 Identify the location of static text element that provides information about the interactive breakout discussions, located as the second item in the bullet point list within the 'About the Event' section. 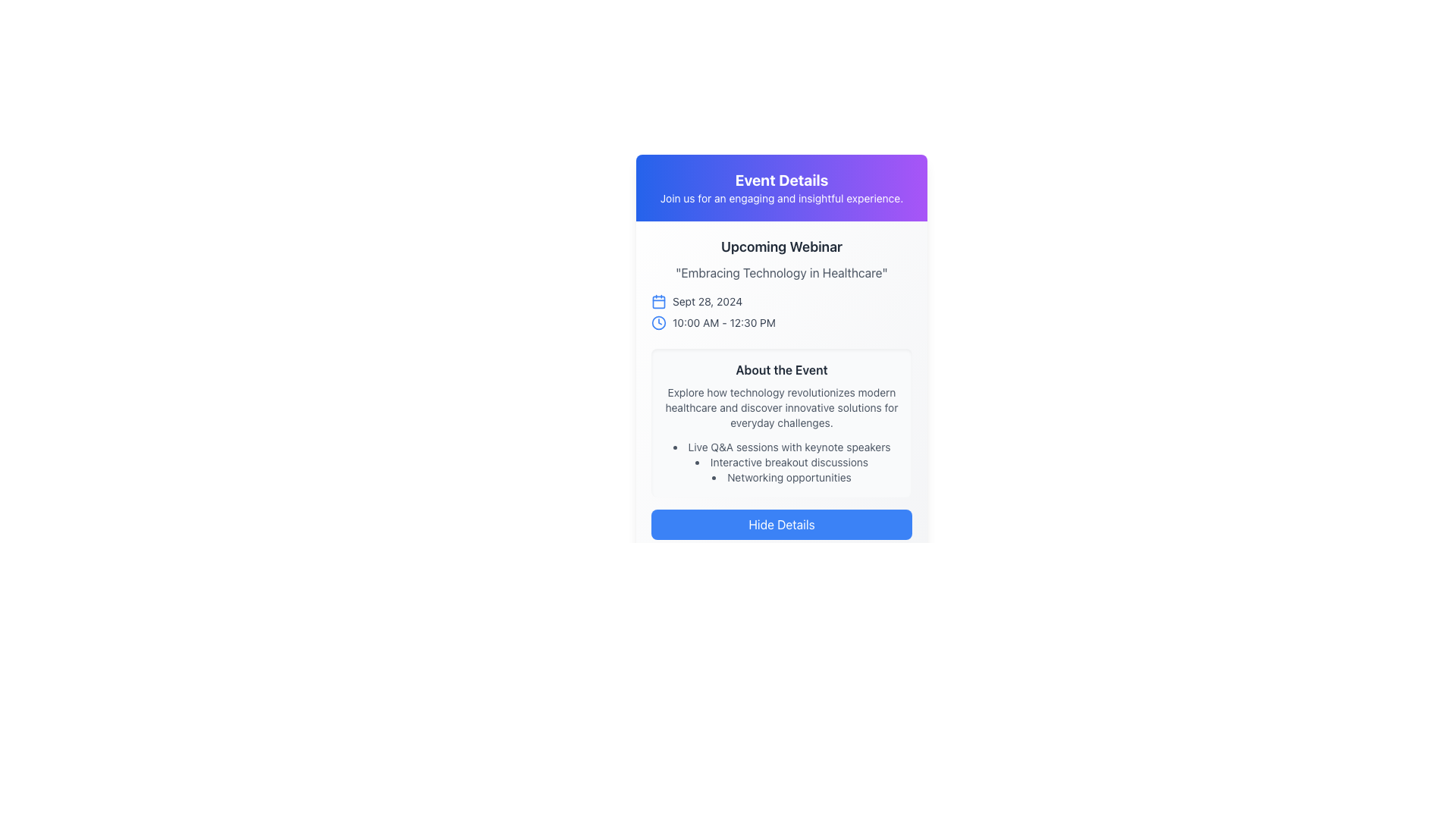
(782, 461).